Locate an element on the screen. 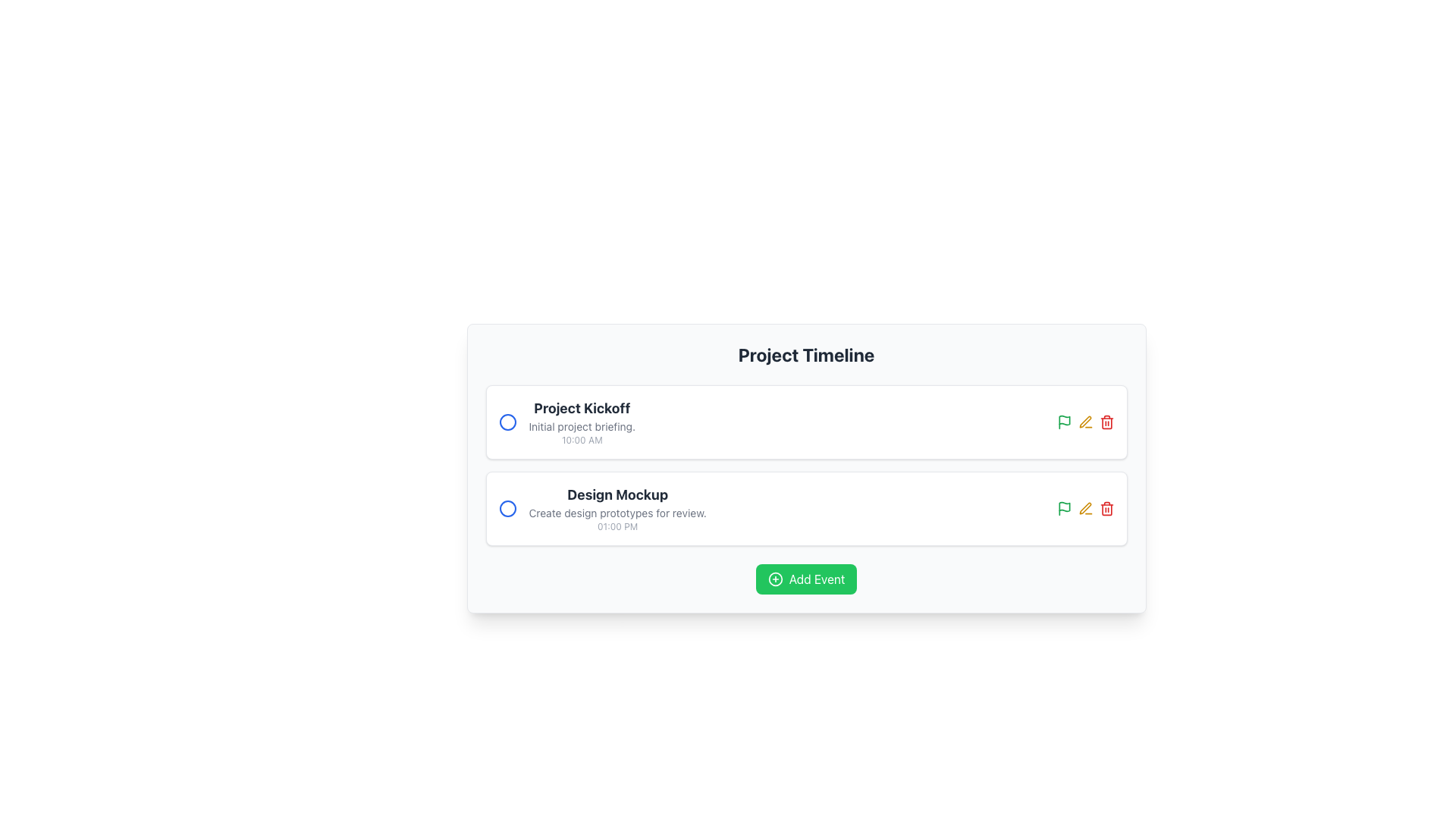 The width and height of the screenshot is (1456, 819). the blue circular icon located to the left of the text 'Design Mockup' is located at coordinates (507, 509).